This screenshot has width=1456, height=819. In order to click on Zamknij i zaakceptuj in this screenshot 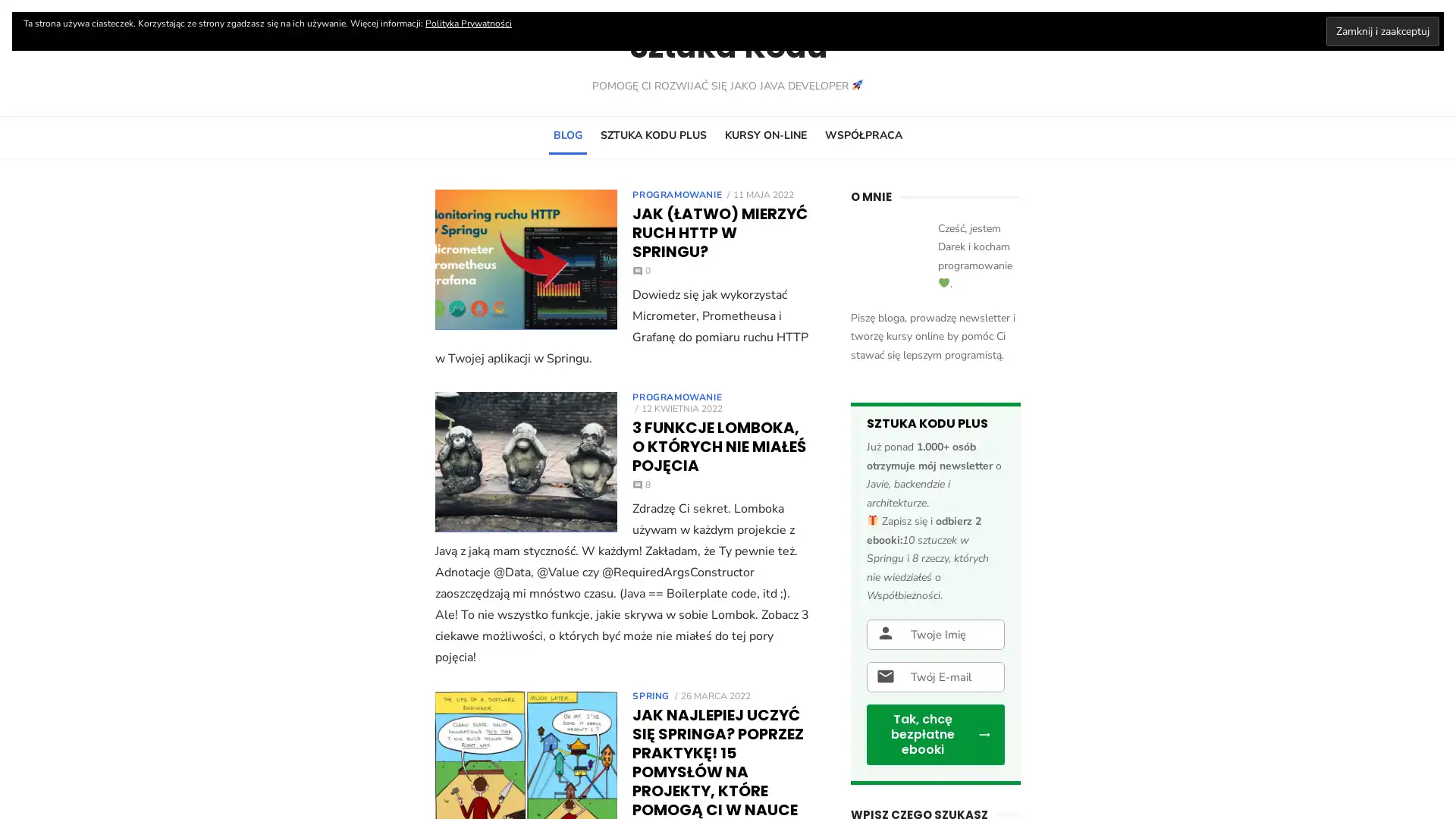, I will do `click(1382, 31)`.